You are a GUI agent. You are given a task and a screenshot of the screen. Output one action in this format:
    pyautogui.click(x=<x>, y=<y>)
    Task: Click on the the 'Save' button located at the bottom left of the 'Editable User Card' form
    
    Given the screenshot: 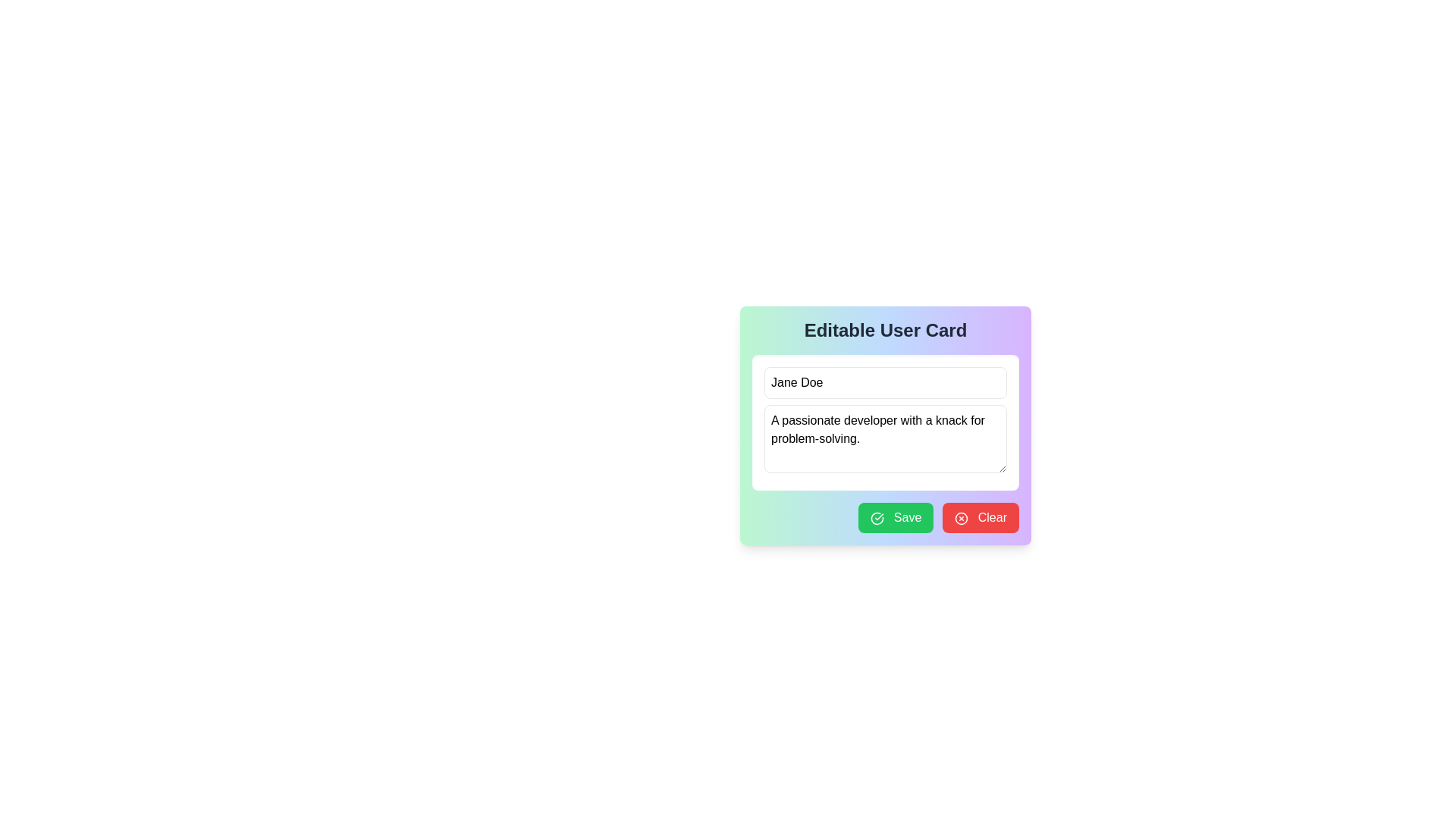 What is the action you would take?
    pyautogui.click(x=896, y=516)
    